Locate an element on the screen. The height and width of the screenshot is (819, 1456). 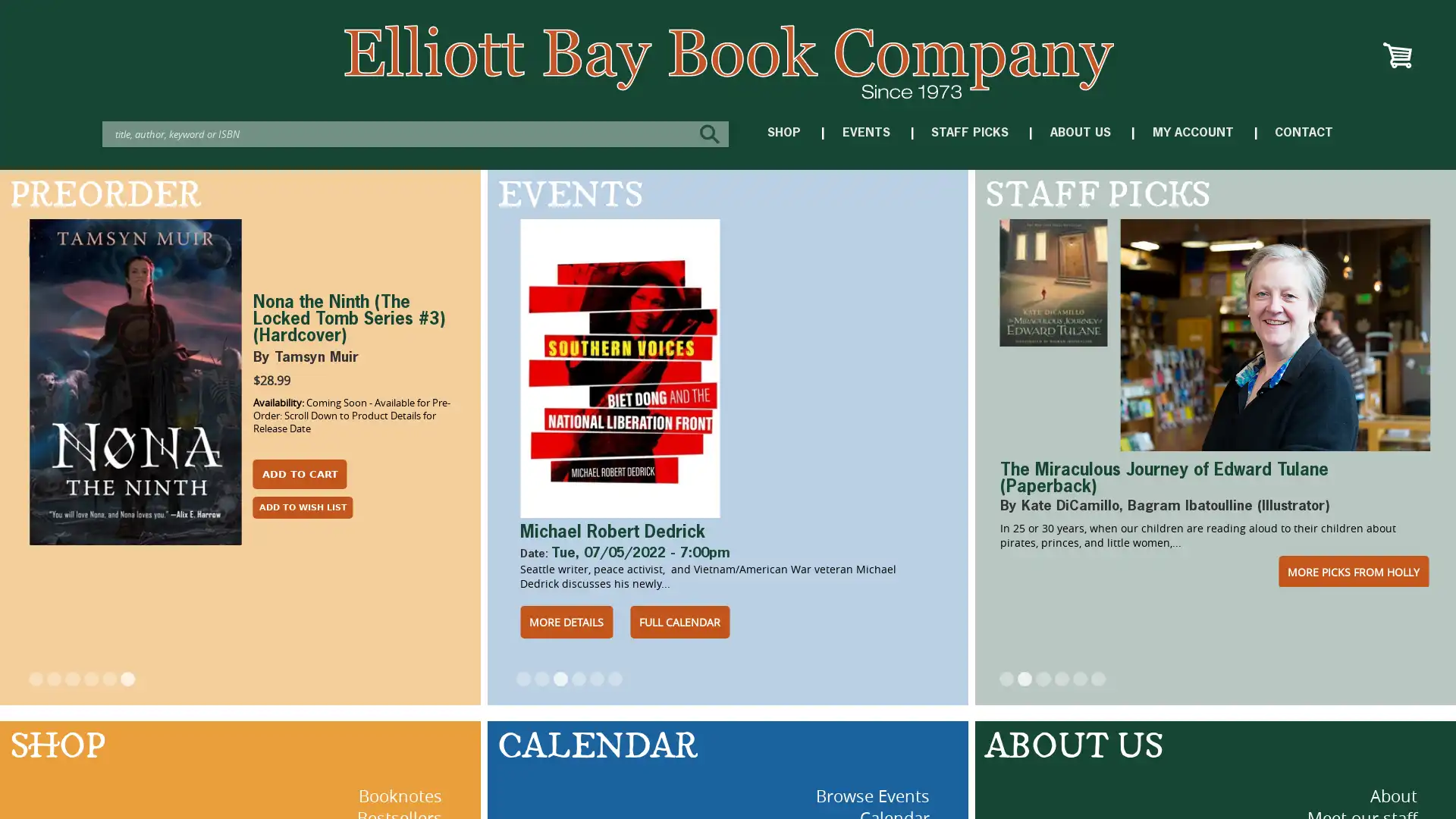
Search is located at coordinates (712, 133).